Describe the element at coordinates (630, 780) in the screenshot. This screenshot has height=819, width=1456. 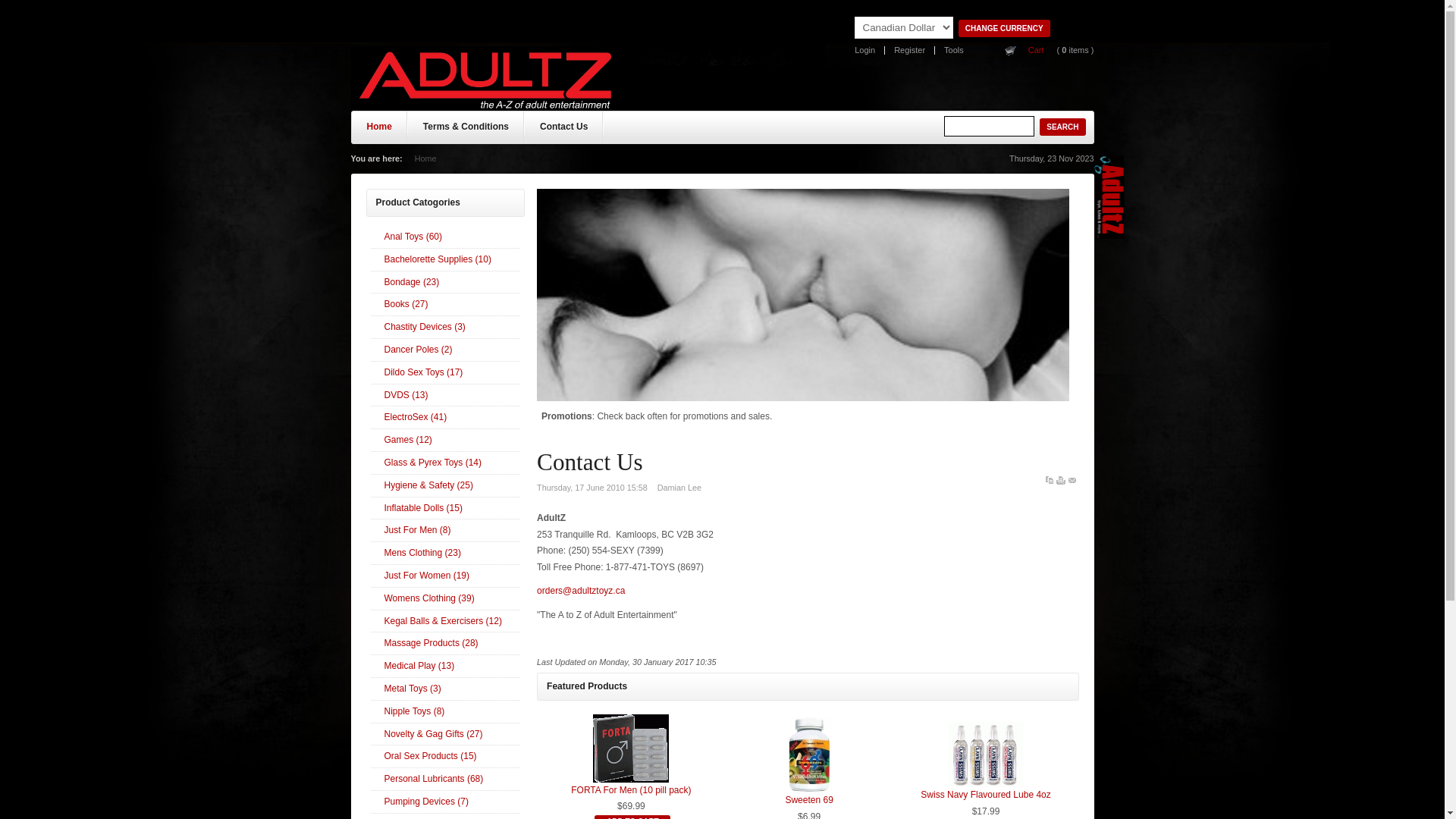
I see `'FORTA For Men (10 pill pack)'` at that location.